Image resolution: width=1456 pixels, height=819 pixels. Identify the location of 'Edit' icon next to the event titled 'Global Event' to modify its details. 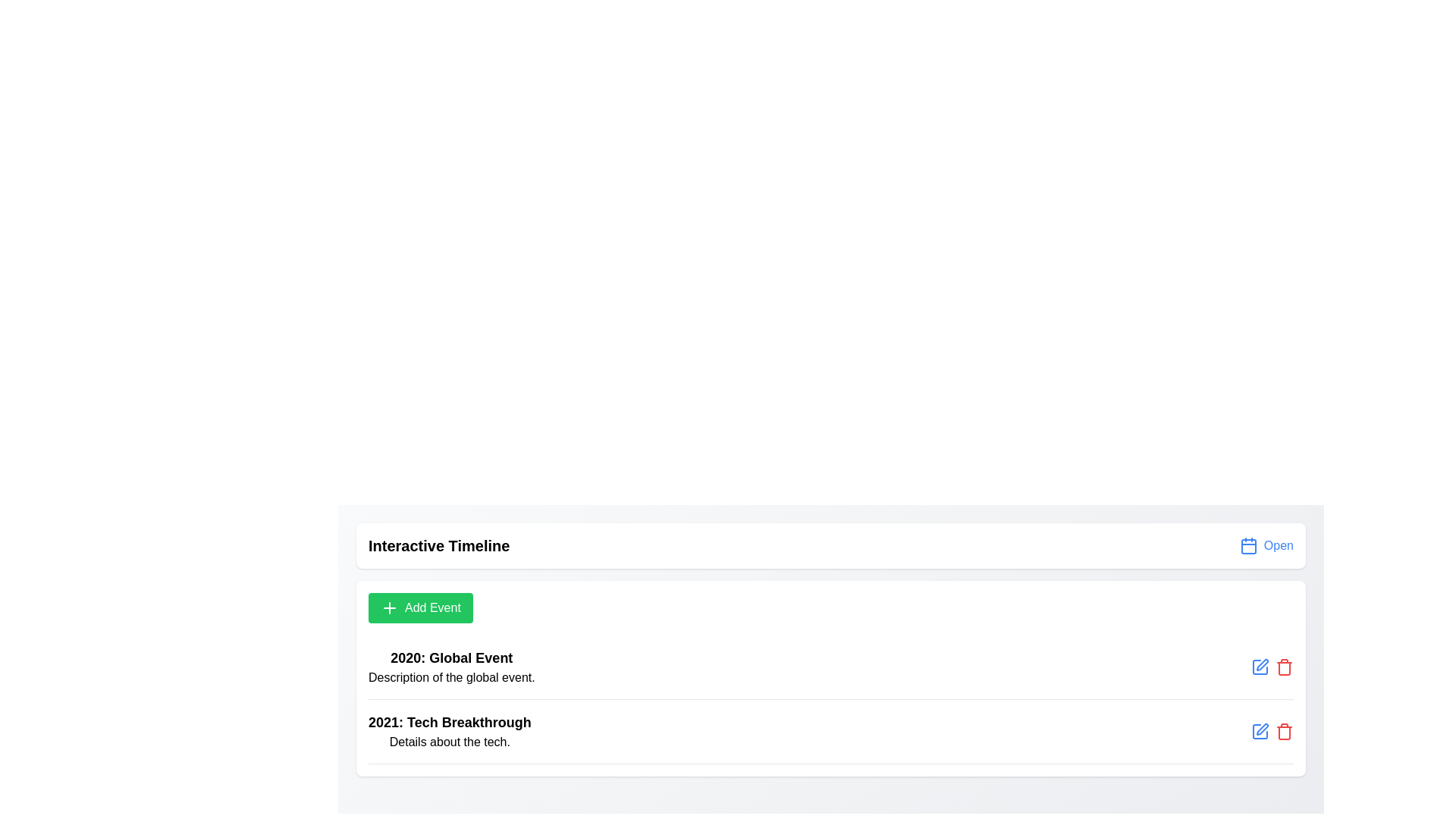
(1260, 666).